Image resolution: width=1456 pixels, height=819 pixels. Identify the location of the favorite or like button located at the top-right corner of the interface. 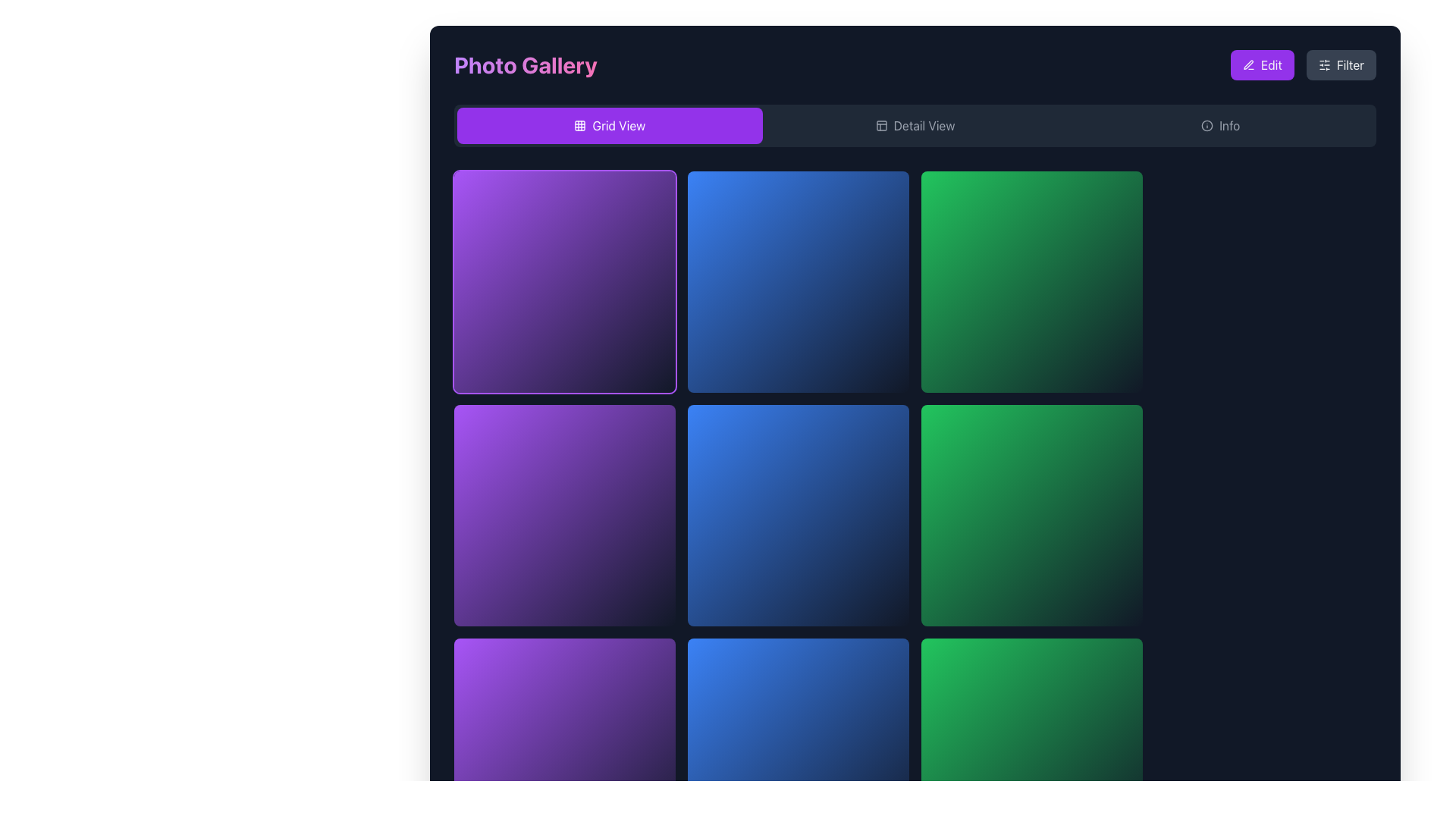
(1357, 189).